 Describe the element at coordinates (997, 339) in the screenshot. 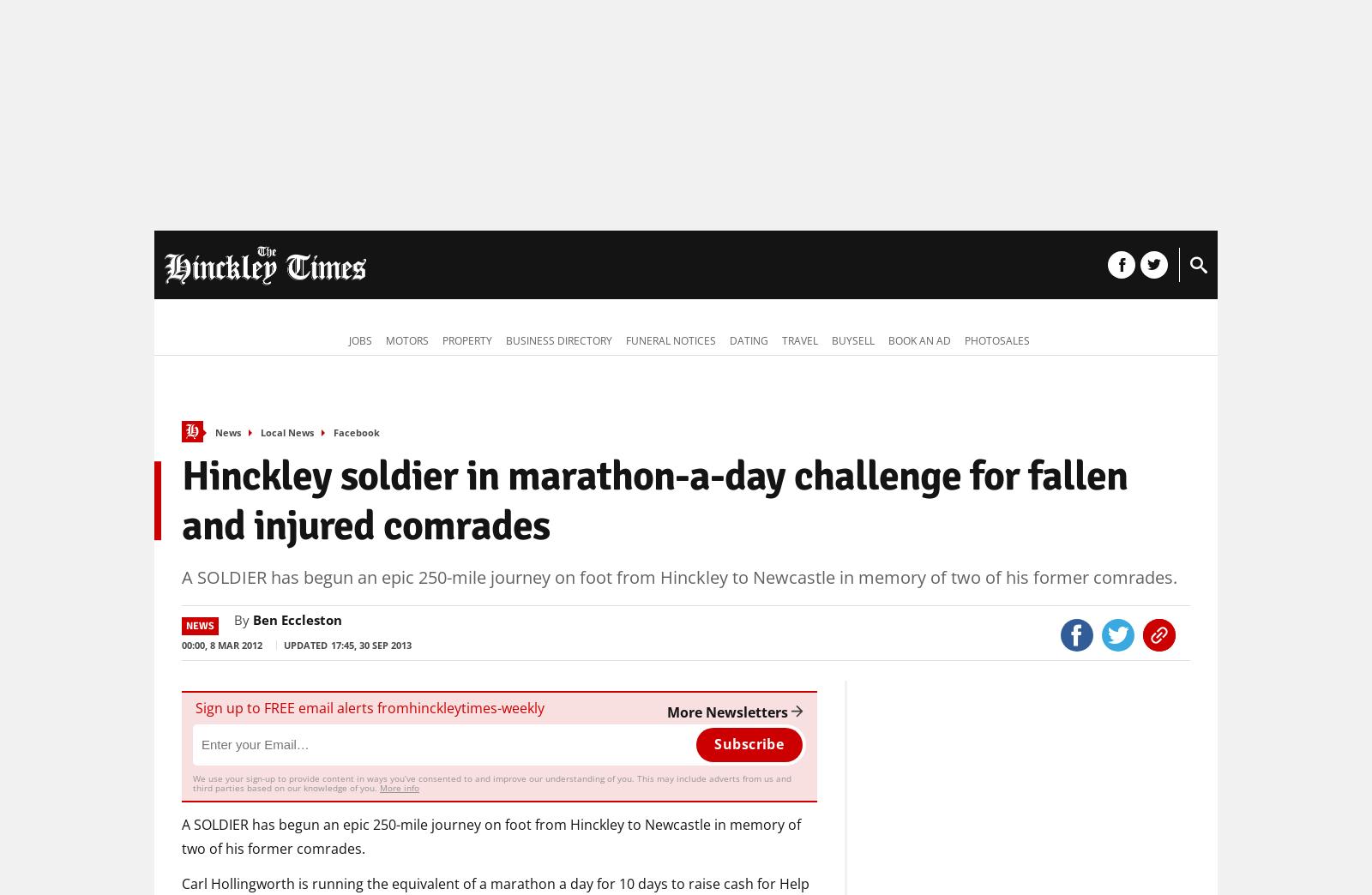

I see `'Photosales'` at that location.